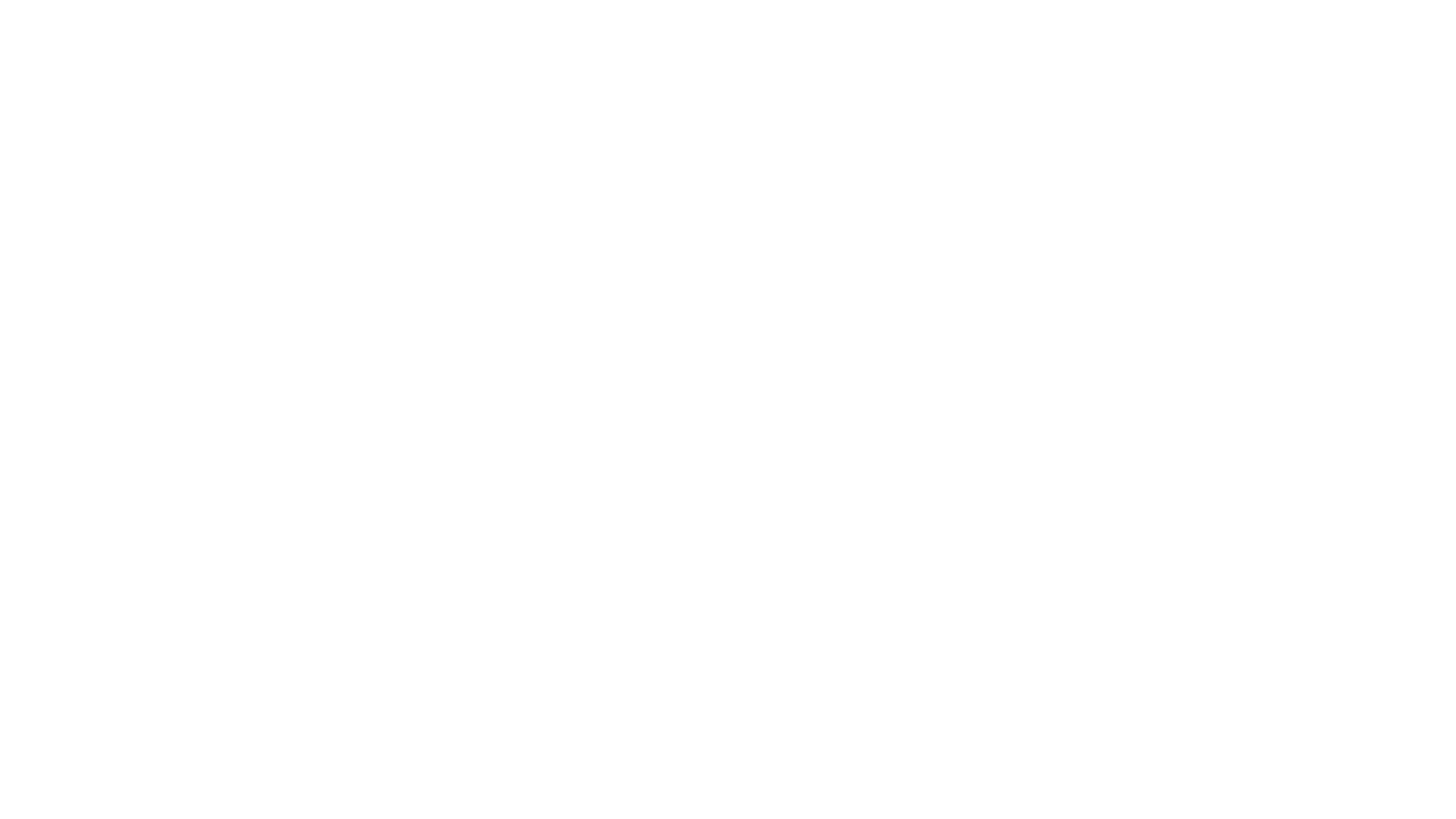  I want to click on Other Ecology and Evolutionary Biology, so click(1019, 773).